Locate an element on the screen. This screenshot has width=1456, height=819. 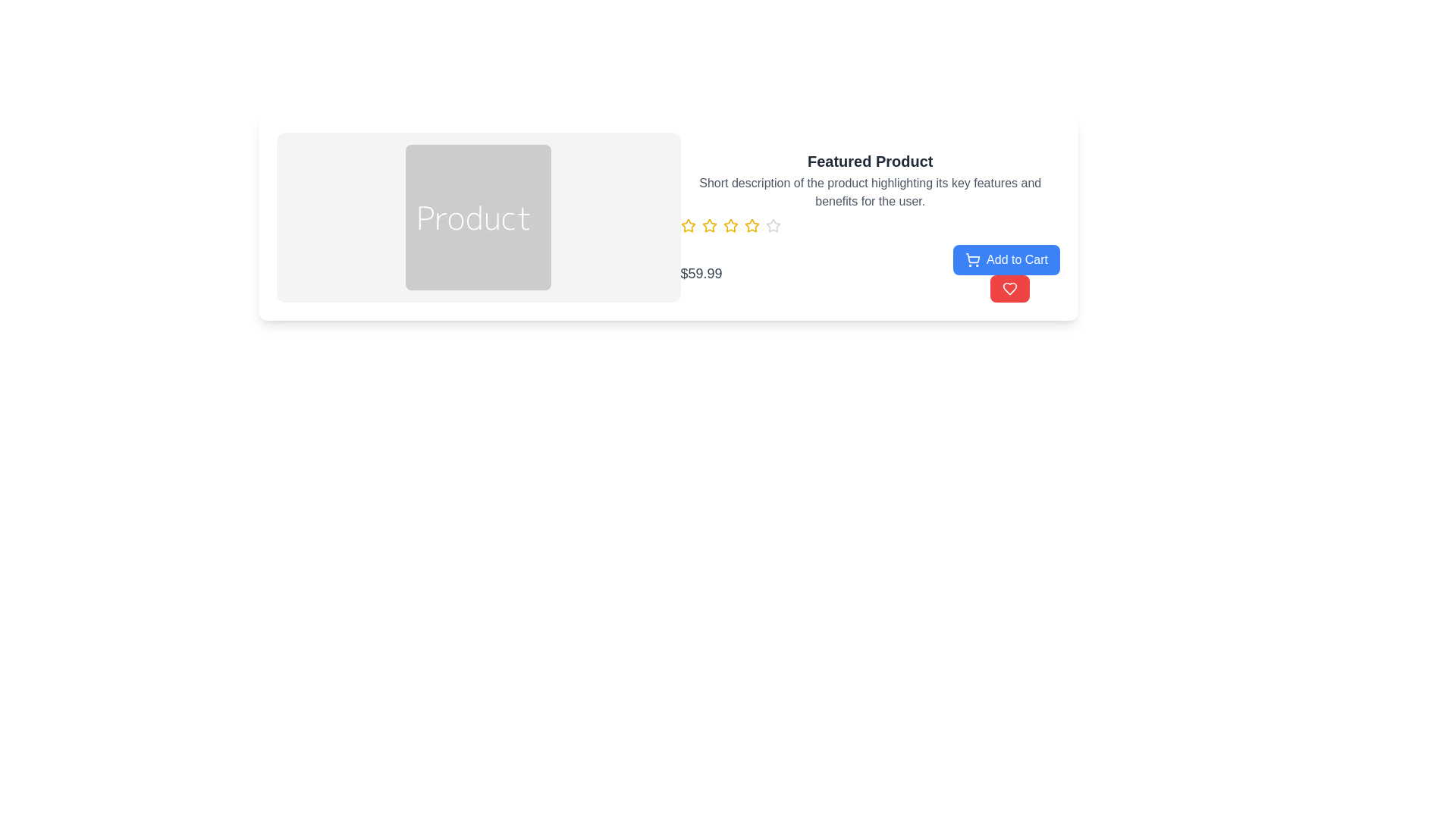
the second star icon in the rating system is located at coordinates (708, 226).